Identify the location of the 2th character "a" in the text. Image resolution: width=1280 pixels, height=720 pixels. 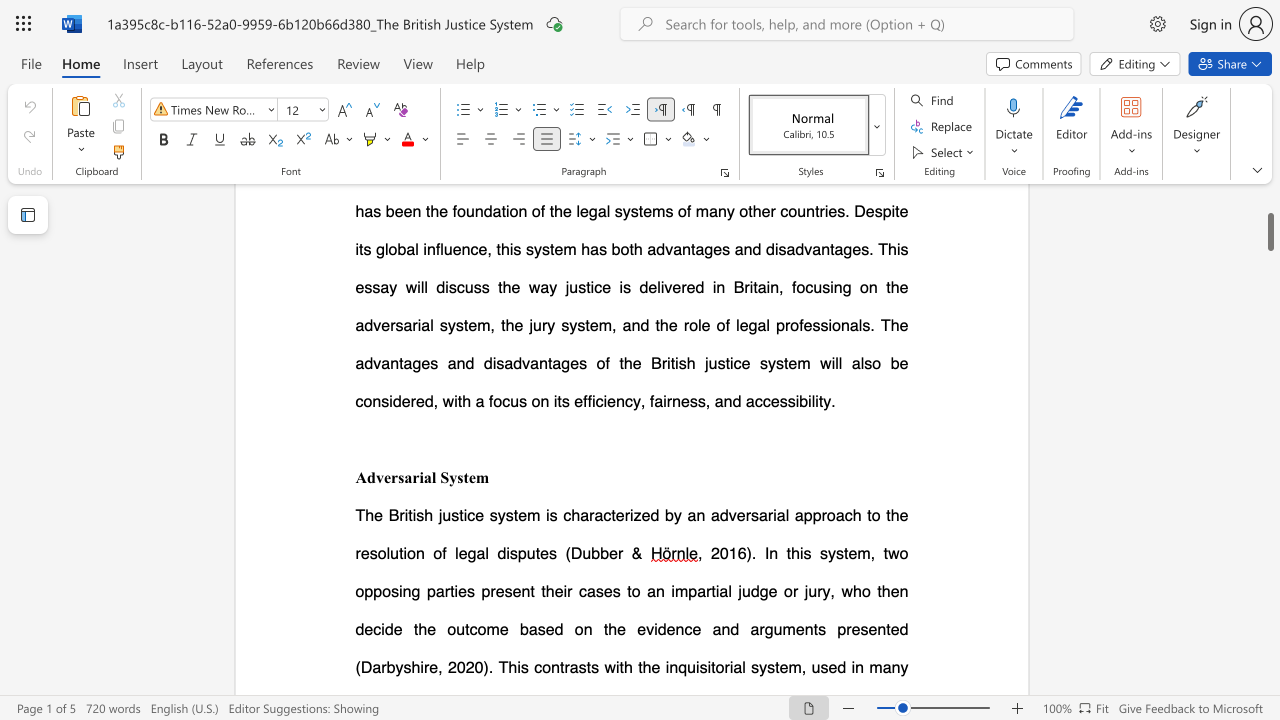
(426, 477).